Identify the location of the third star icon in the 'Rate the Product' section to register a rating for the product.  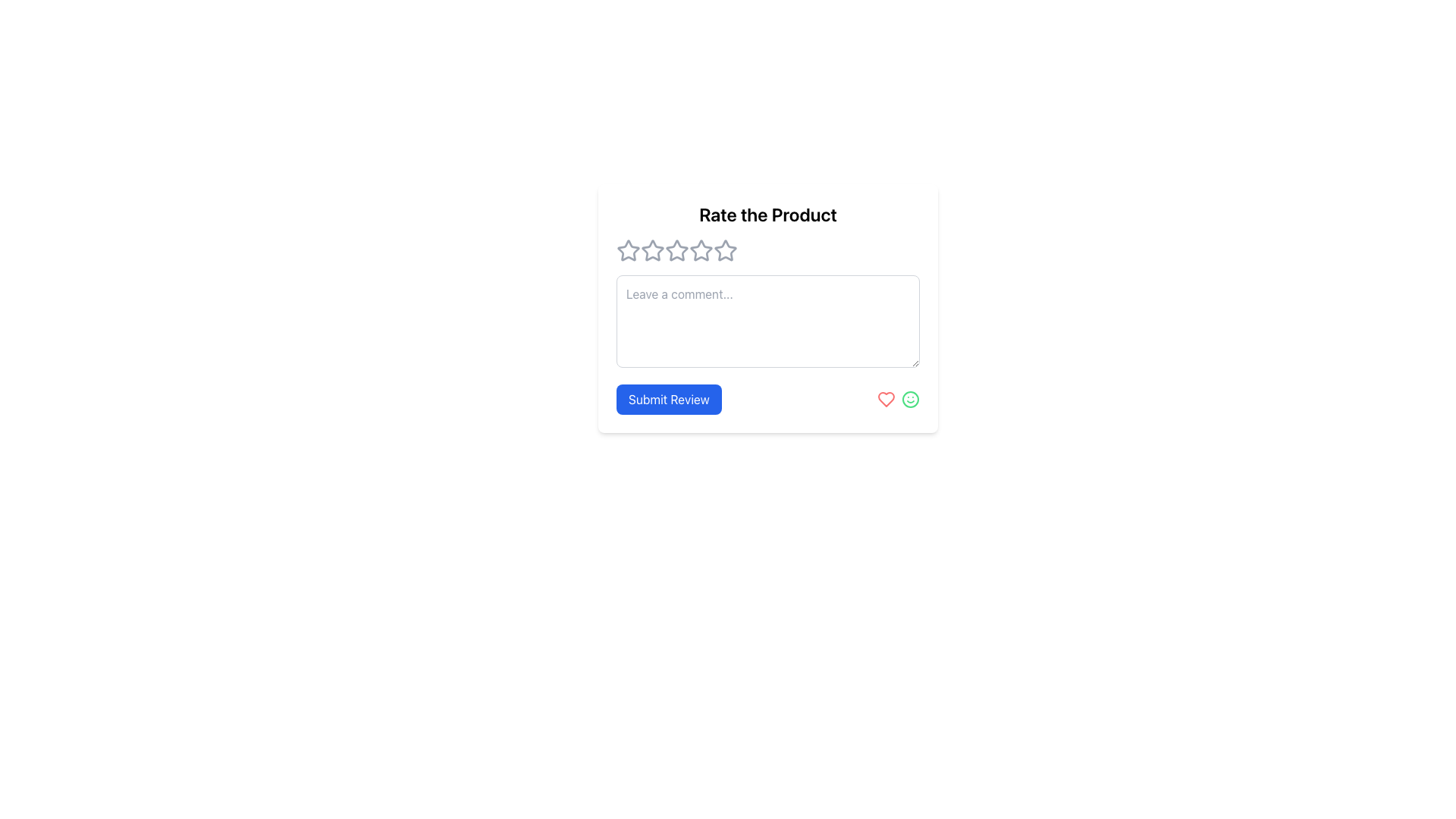
(652, 250).